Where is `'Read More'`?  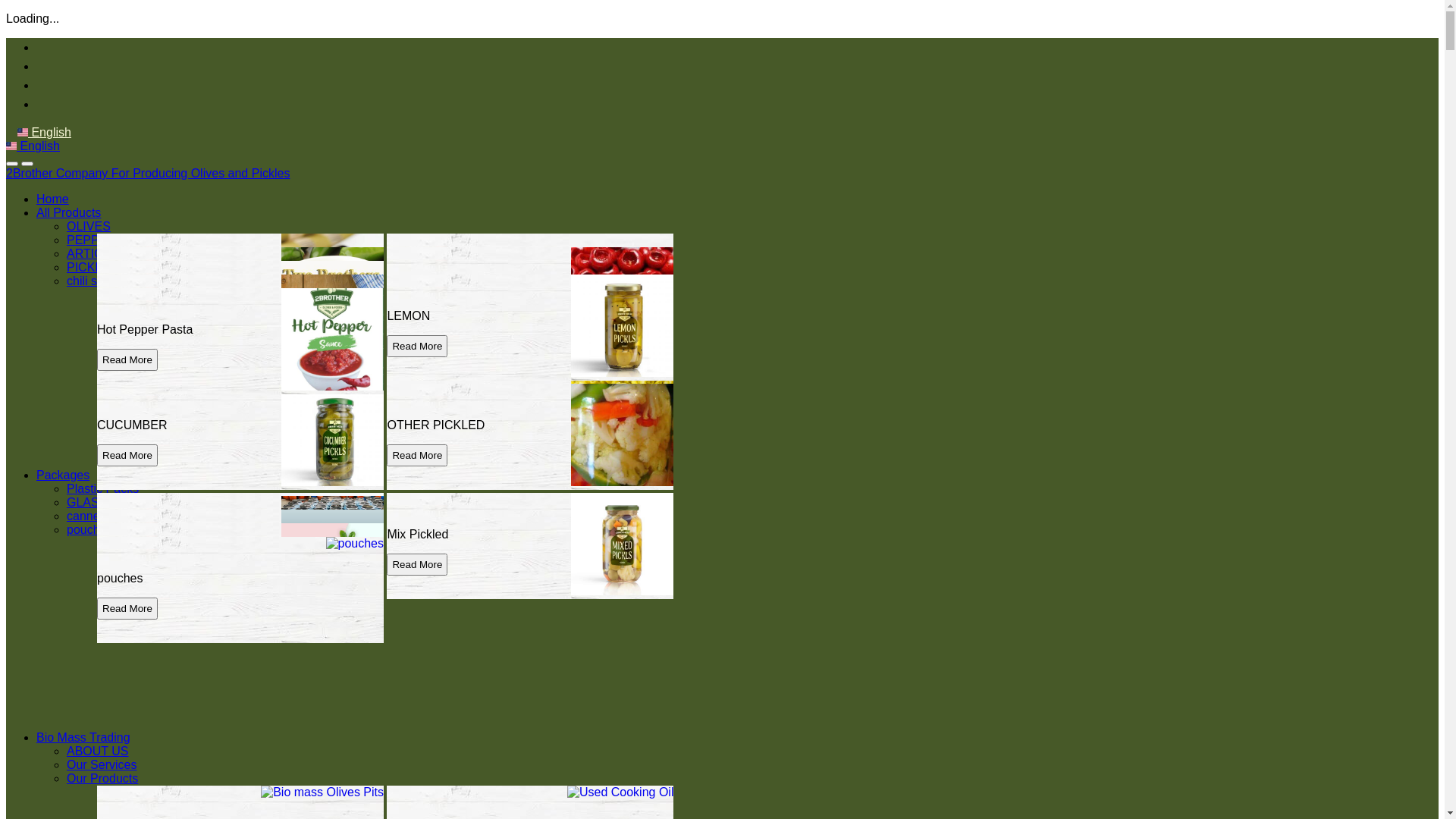
'Read More' is located at coordinates (417, 414).